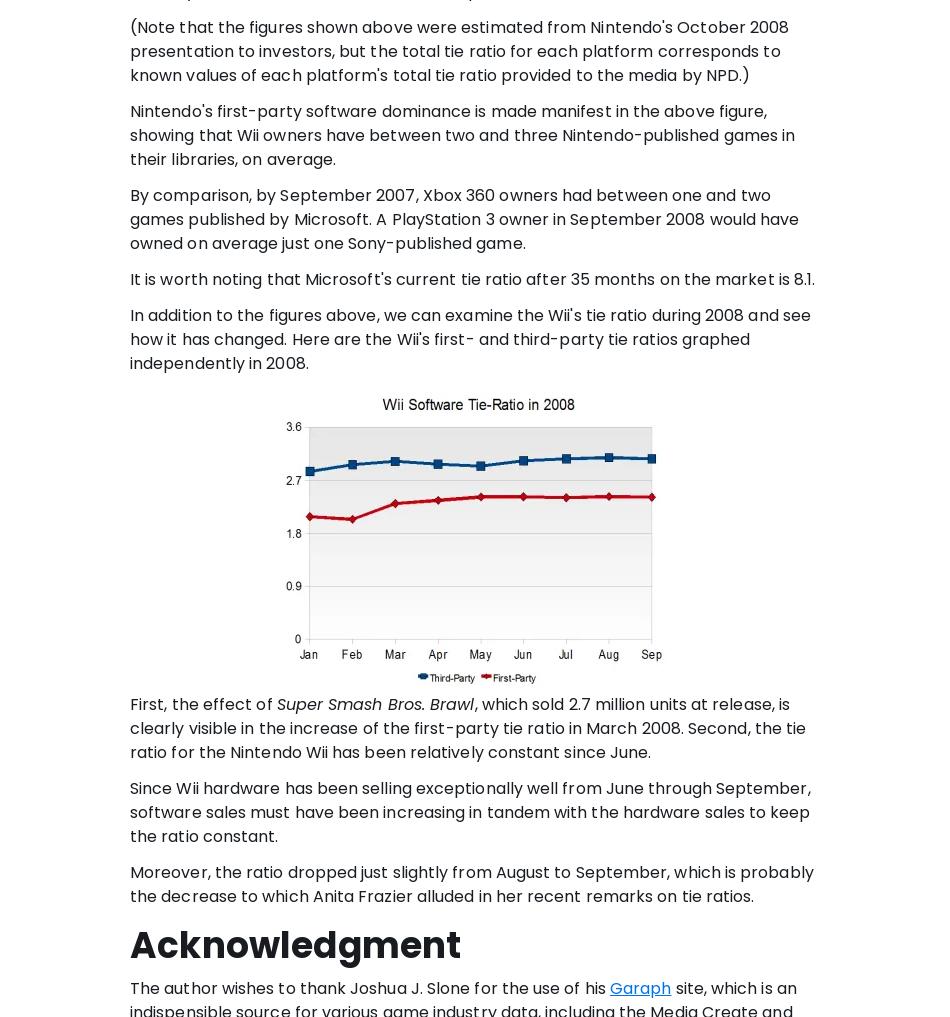 This screenshot has height=1017, width=950. What do you see at coordinates (640, 987) in the screenshot?
I see `'Garaph'` at bounding box center [640, 987].